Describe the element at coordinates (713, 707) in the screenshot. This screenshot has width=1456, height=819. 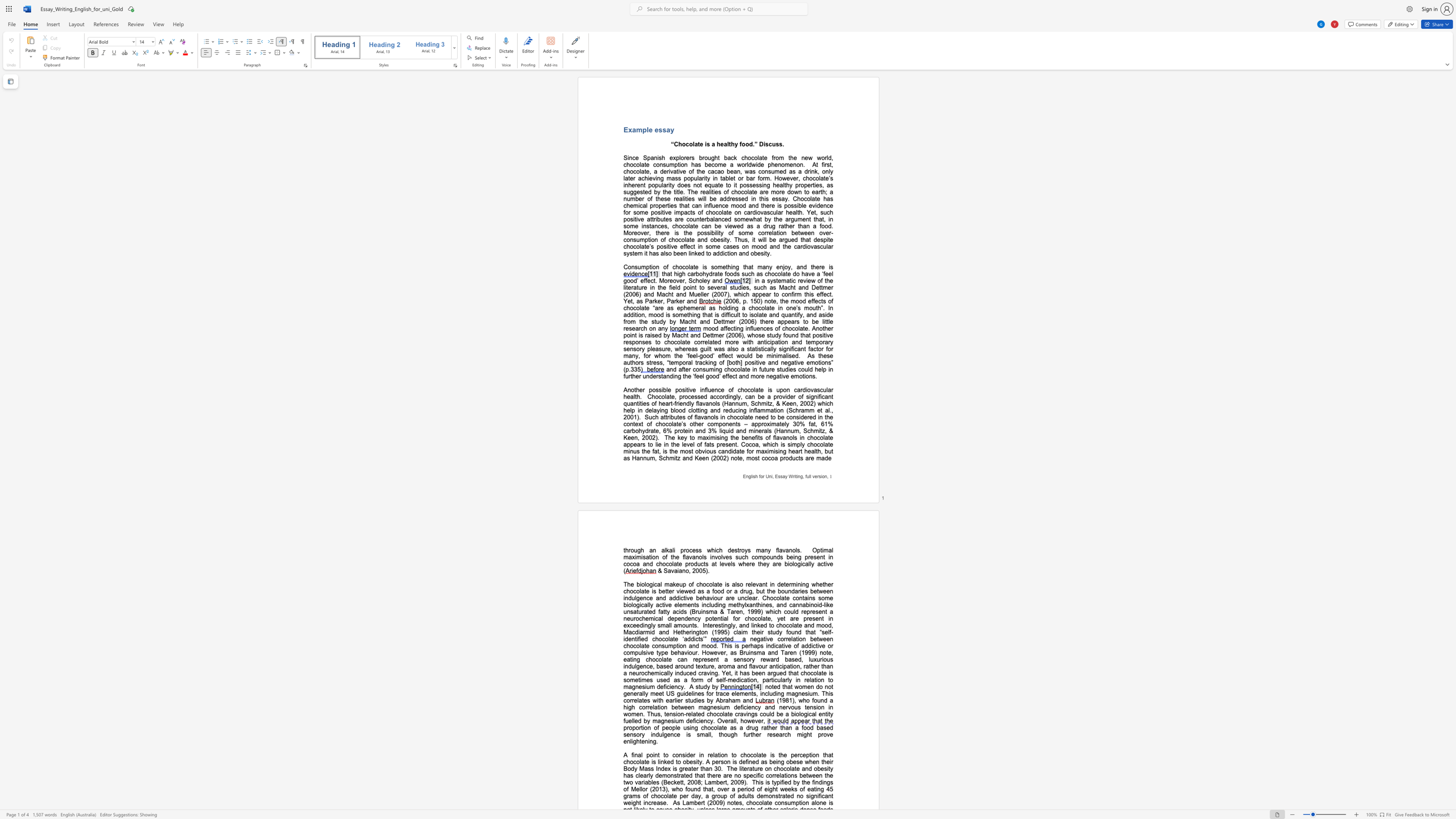
I see `the subset text "esiu" within the text "(1981), who found a high correlation between magnesium deficiency and nervous tension in women. Thus, tension-related chocolate cravings could be a biological entity fuelled by magnesium deficiency. Overall, however,"` at that location.